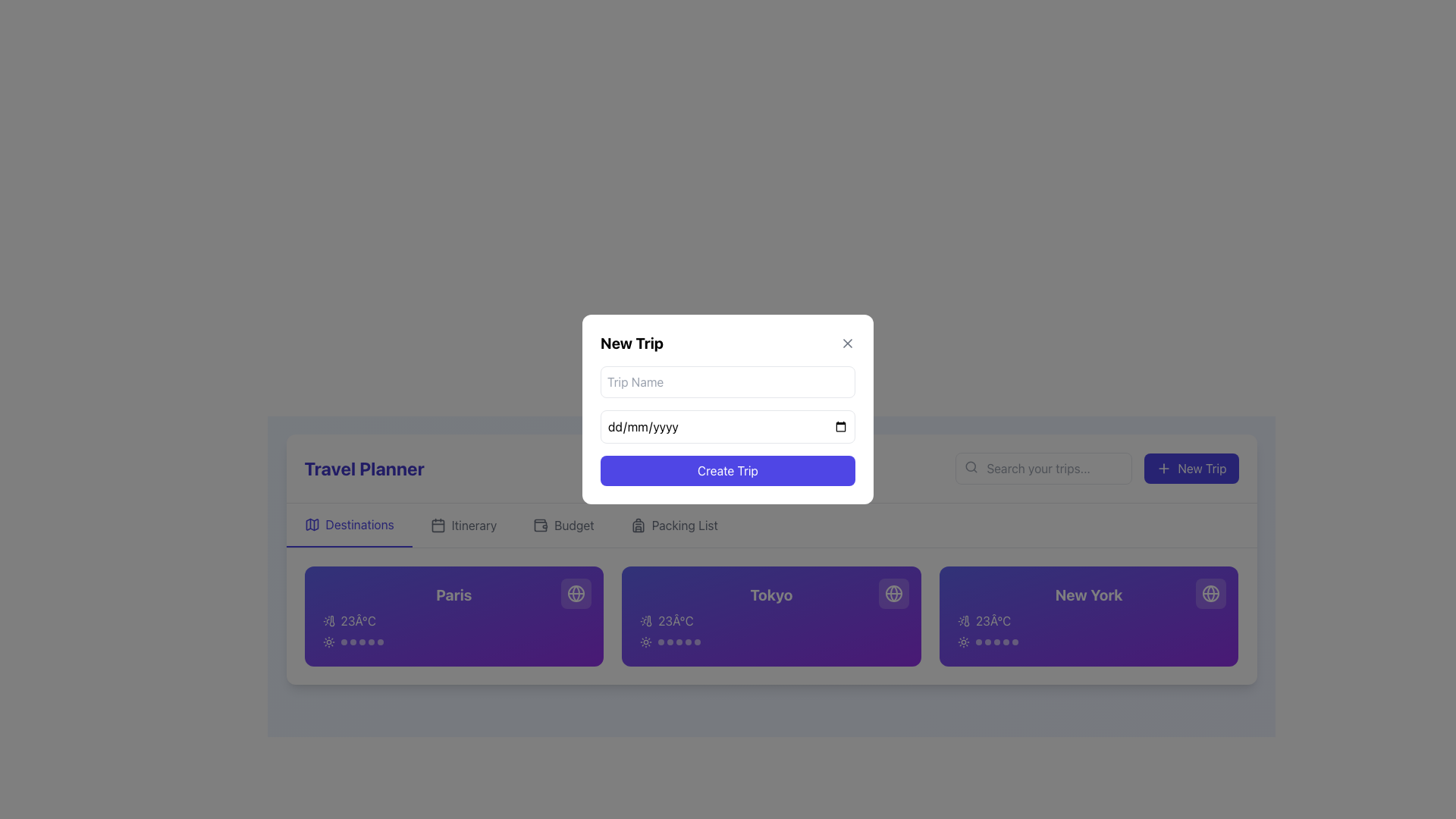  I want to click on the button at the bottom of the modal dialog to initiate the creation of a new trip, so click(728, 470).